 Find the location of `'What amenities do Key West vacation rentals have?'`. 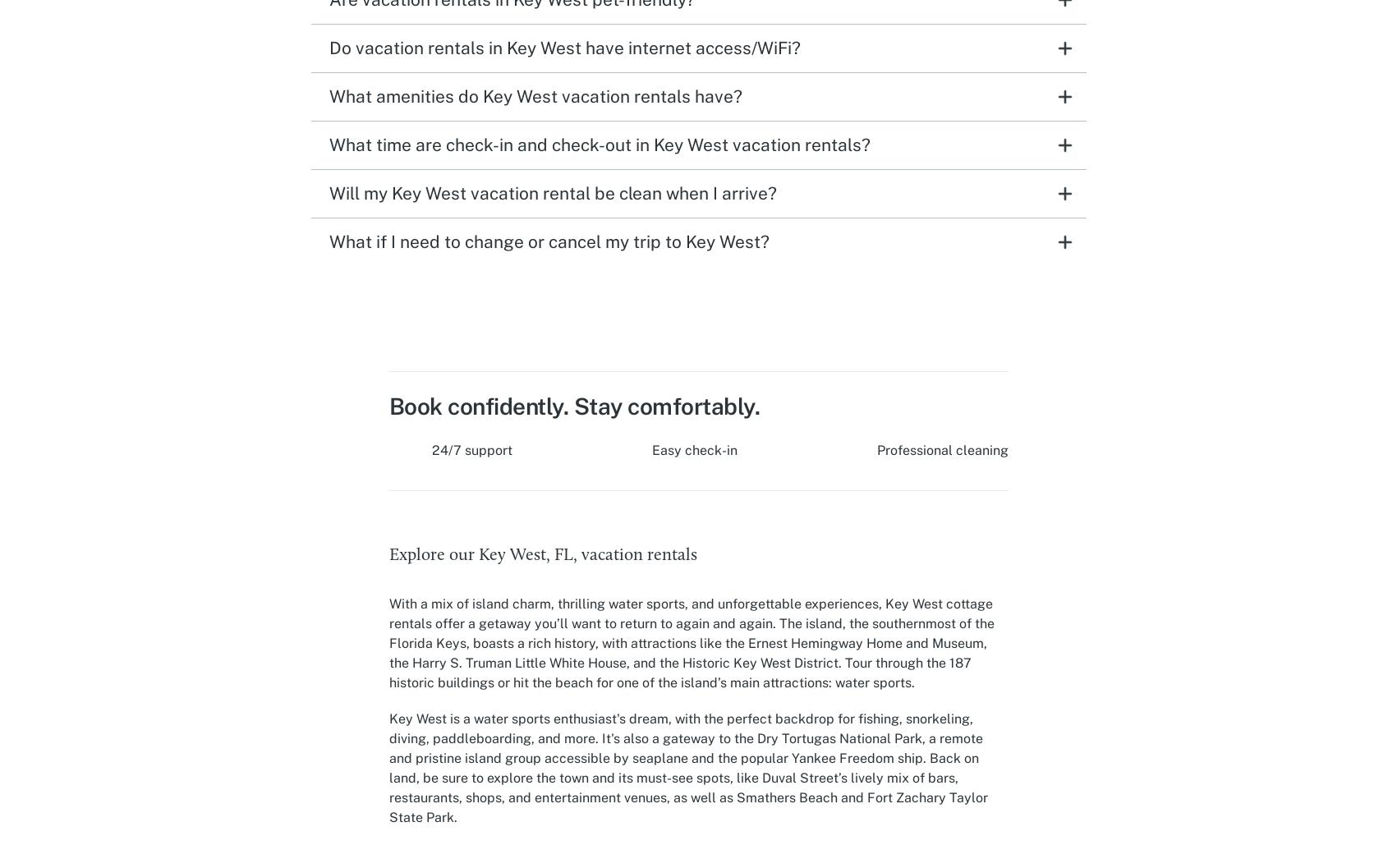

'What amenities do Key West vacation rentals have?' is located at coordinates (534, 94).